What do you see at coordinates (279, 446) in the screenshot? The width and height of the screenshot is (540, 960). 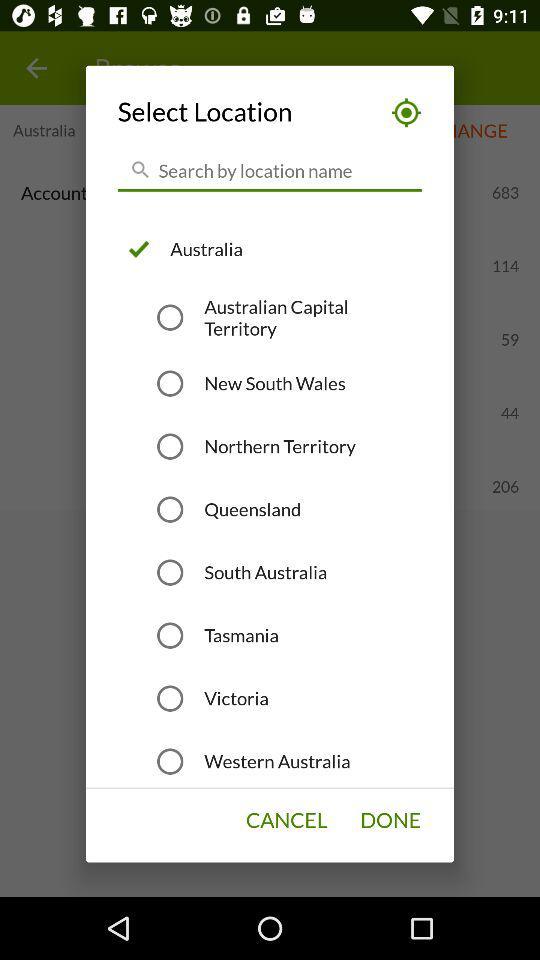 I see `item below the new south wales icon` at bounding box center [279, 446].